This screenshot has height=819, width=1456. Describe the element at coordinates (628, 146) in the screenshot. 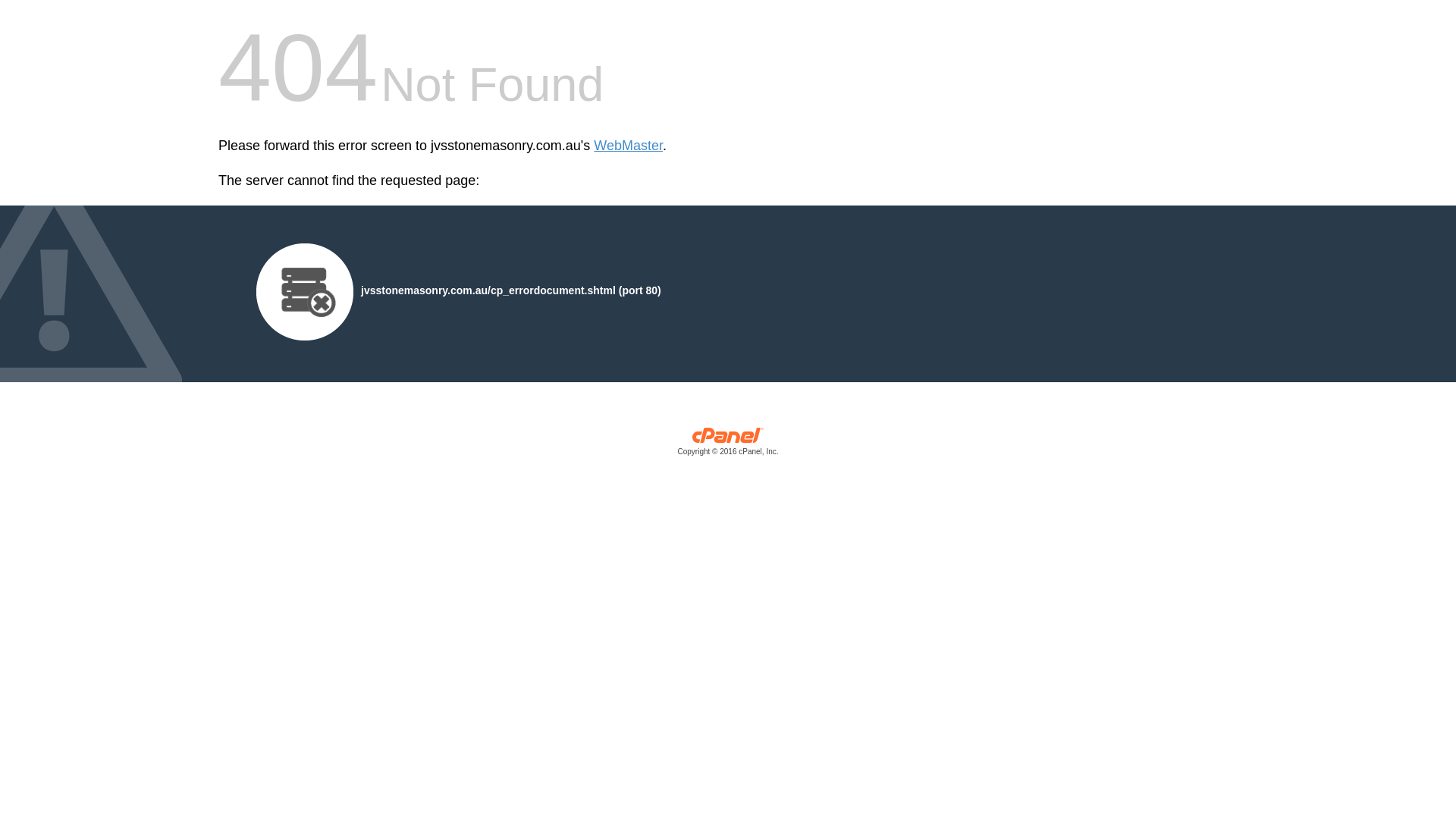

I see `'WebMaster'` at that location.